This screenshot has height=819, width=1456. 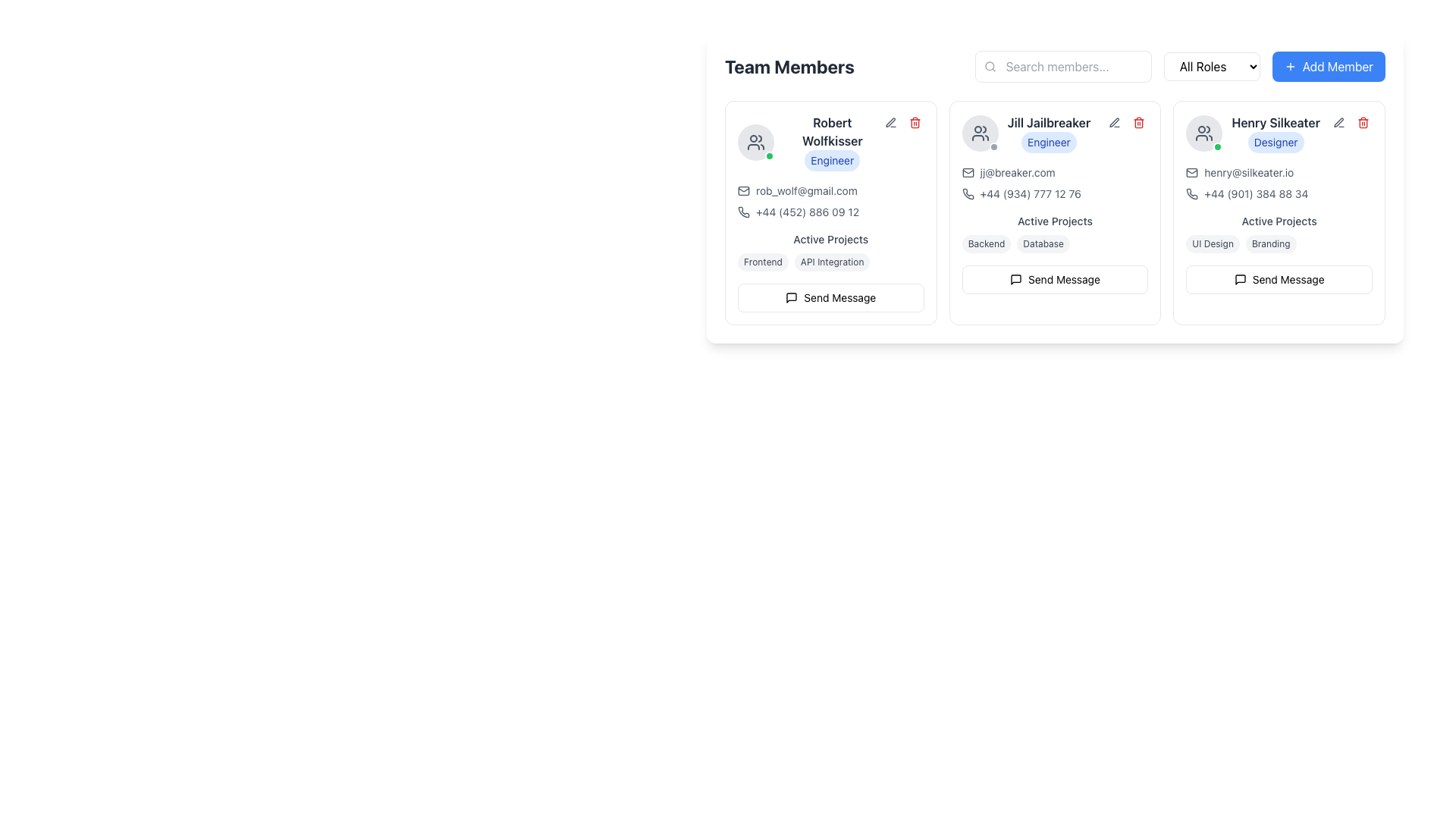 I want to click on the phone number text block accompanied by a phone icon for 'Jill Jailbreaker' located in the lower section of the card, directly under the email address, so click(x=1054, y=193).